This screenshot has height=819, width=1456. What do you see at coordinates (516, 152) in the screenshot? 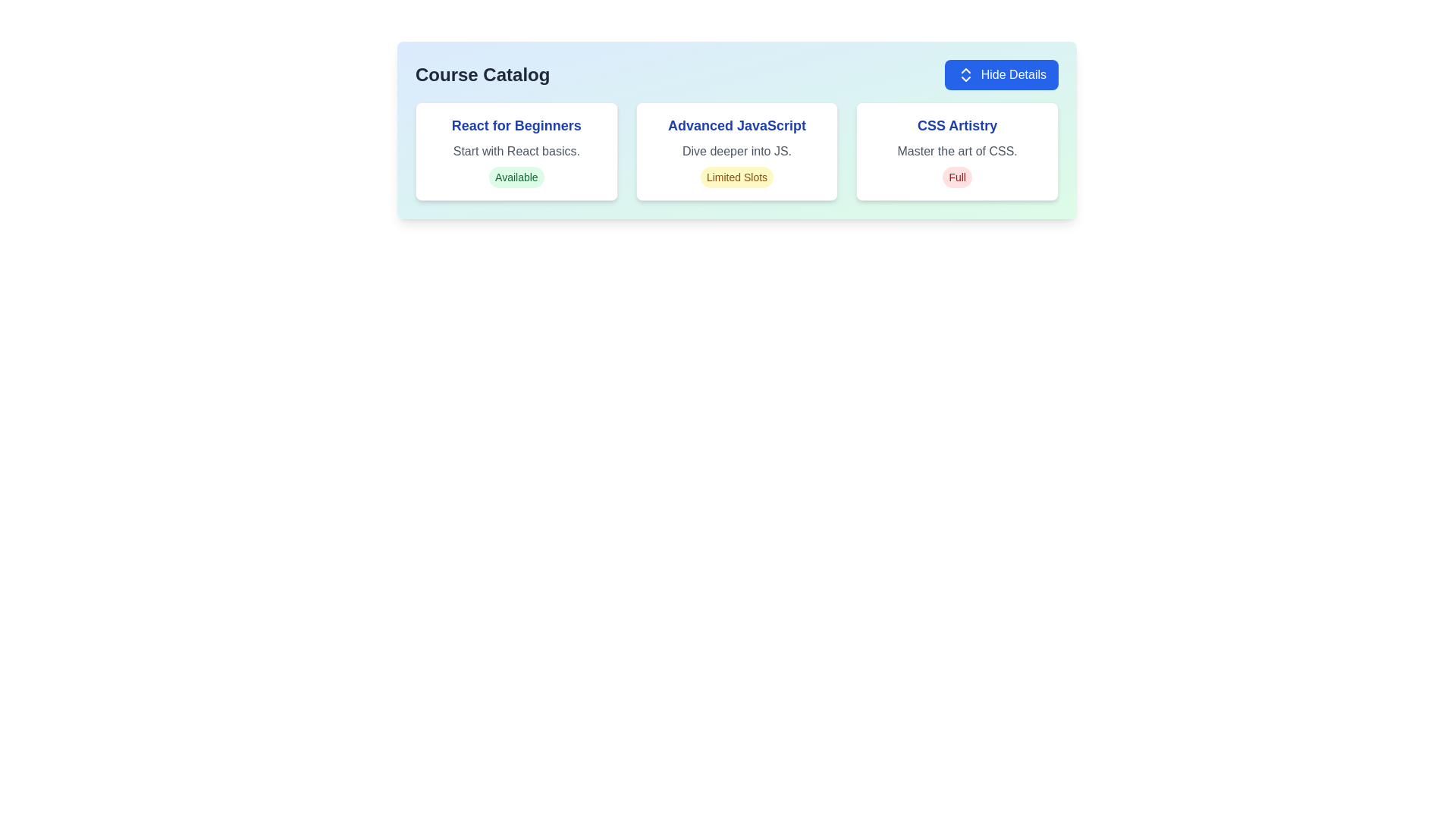
I see `the text label that provides a brief description about the course titled 'React for Beginners', located under the header and above the availability status within the leftmost card` at bounding box center [516, 152].